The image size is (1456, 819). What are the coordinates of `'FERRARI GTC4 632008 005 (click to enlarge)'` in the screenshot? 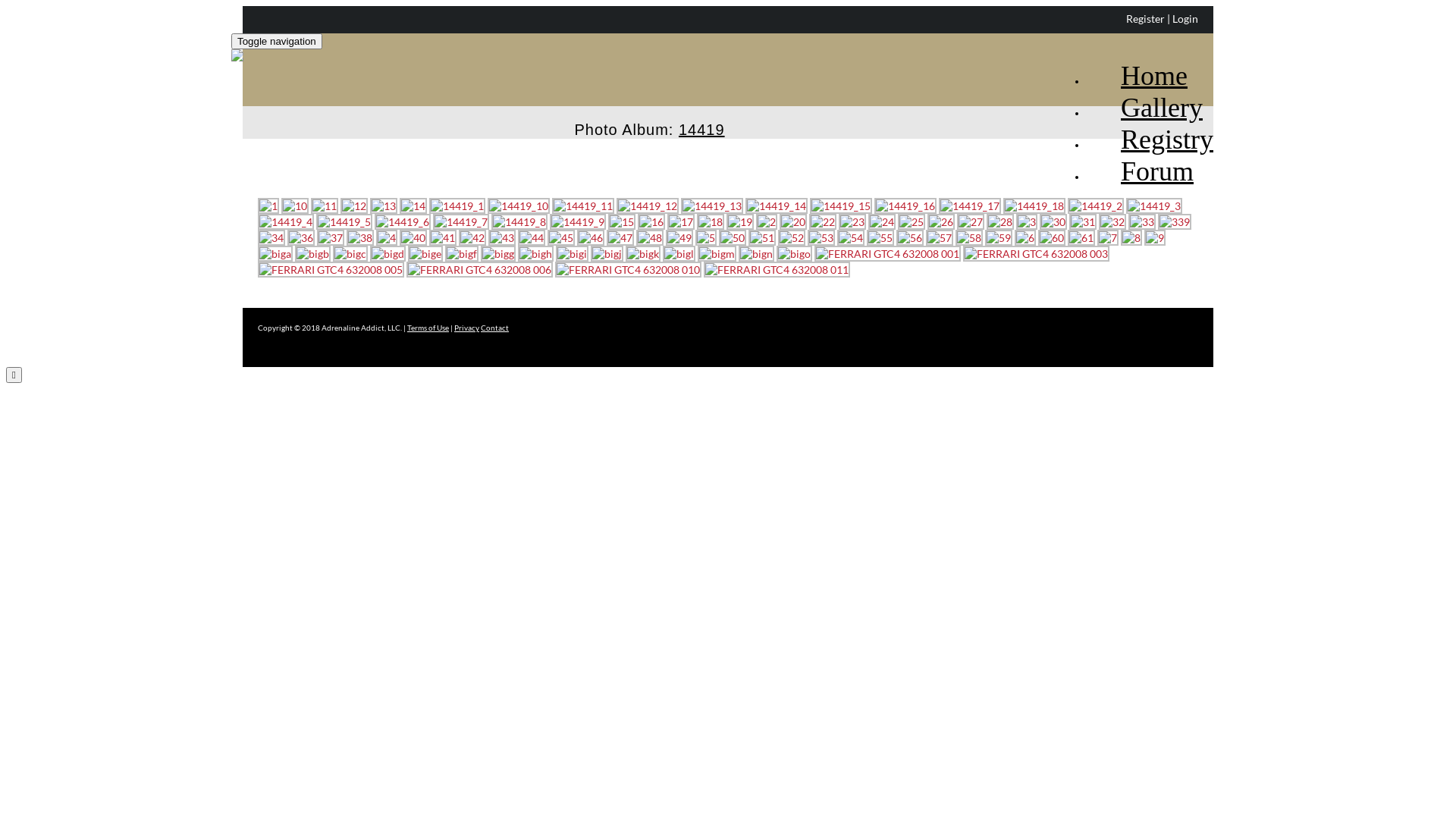 It's located at (330, 268).